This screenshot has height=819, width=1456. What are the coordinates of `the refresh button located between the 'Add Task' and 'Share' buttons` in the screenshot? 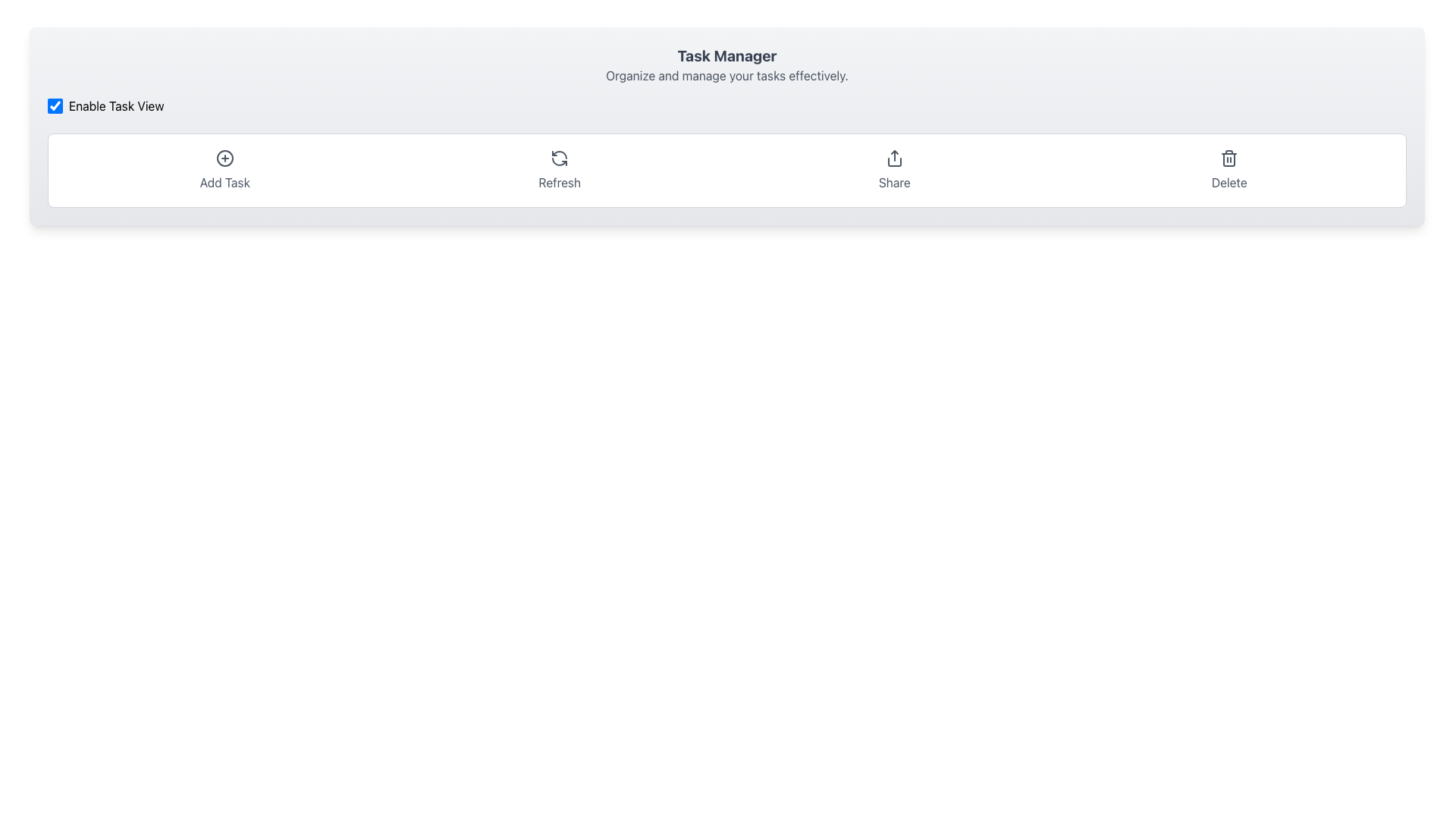 It's located at (559, 170).